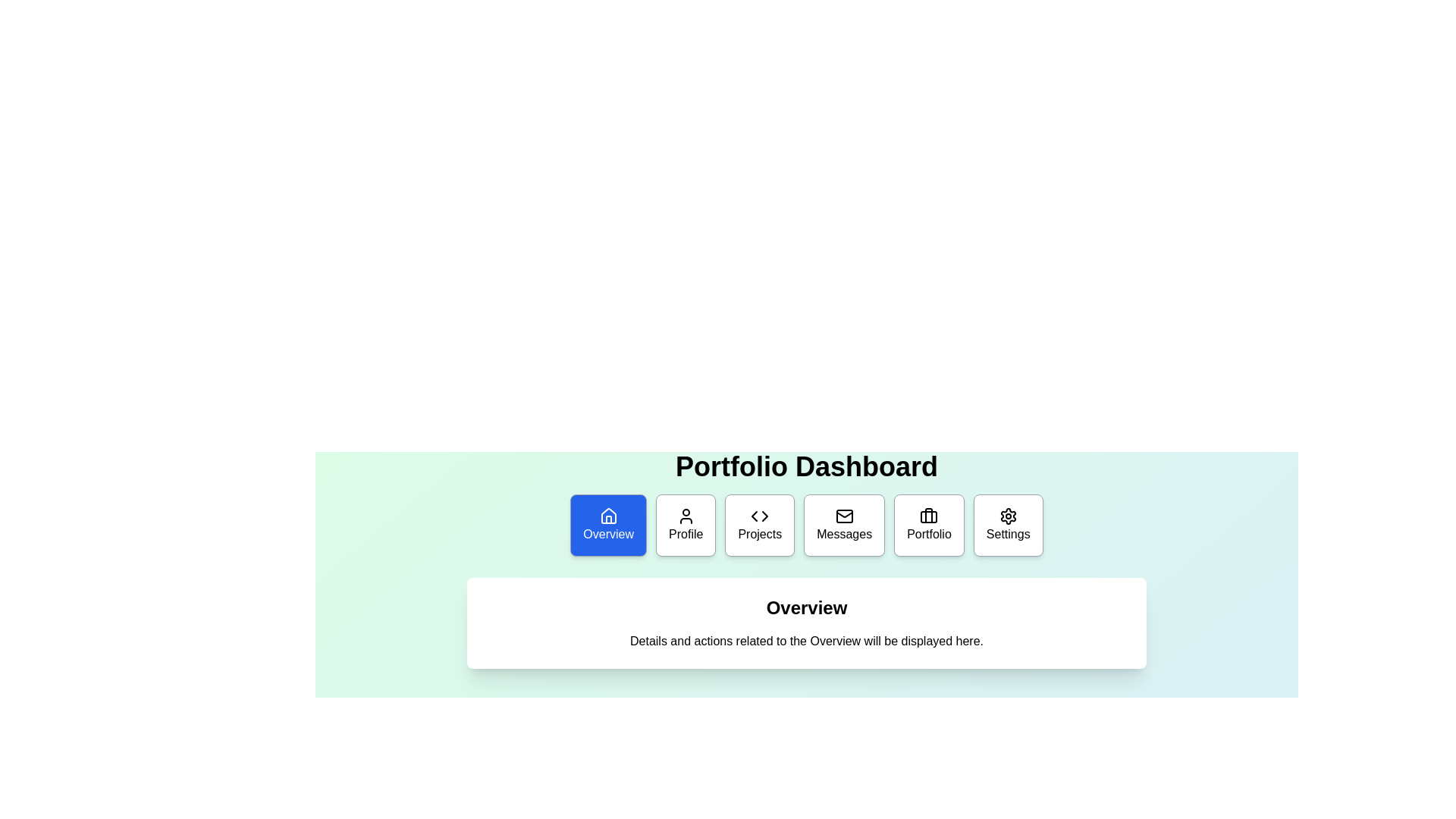 This screenshot has height=819, width=1456. Describe the element at coordinates (843, 525) in the screenshot. I see `the fourth button in a horizontal row of six buttons` at that location.